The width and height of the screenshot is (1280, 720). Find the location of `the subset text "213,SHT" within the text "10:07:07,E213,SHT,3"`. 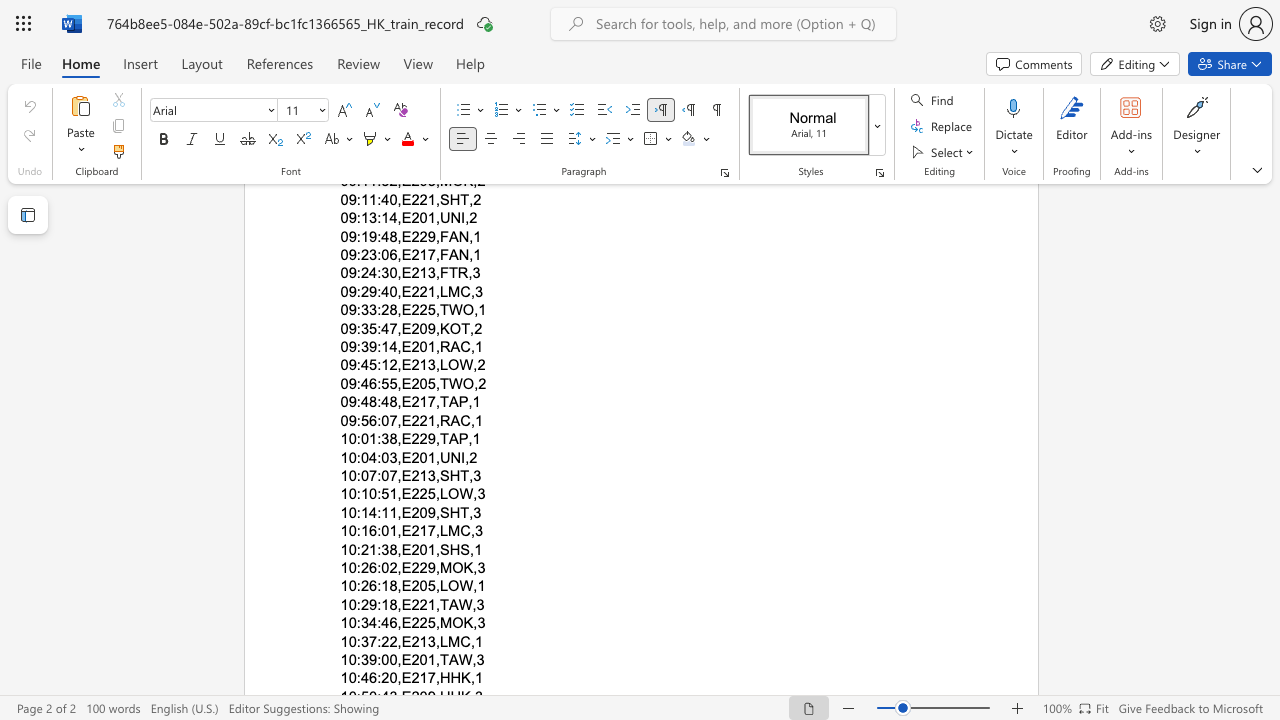

the subset text "213,SHT" within the text "10:07:07,E213,SHT,3" is located at coordinates (410, 475).